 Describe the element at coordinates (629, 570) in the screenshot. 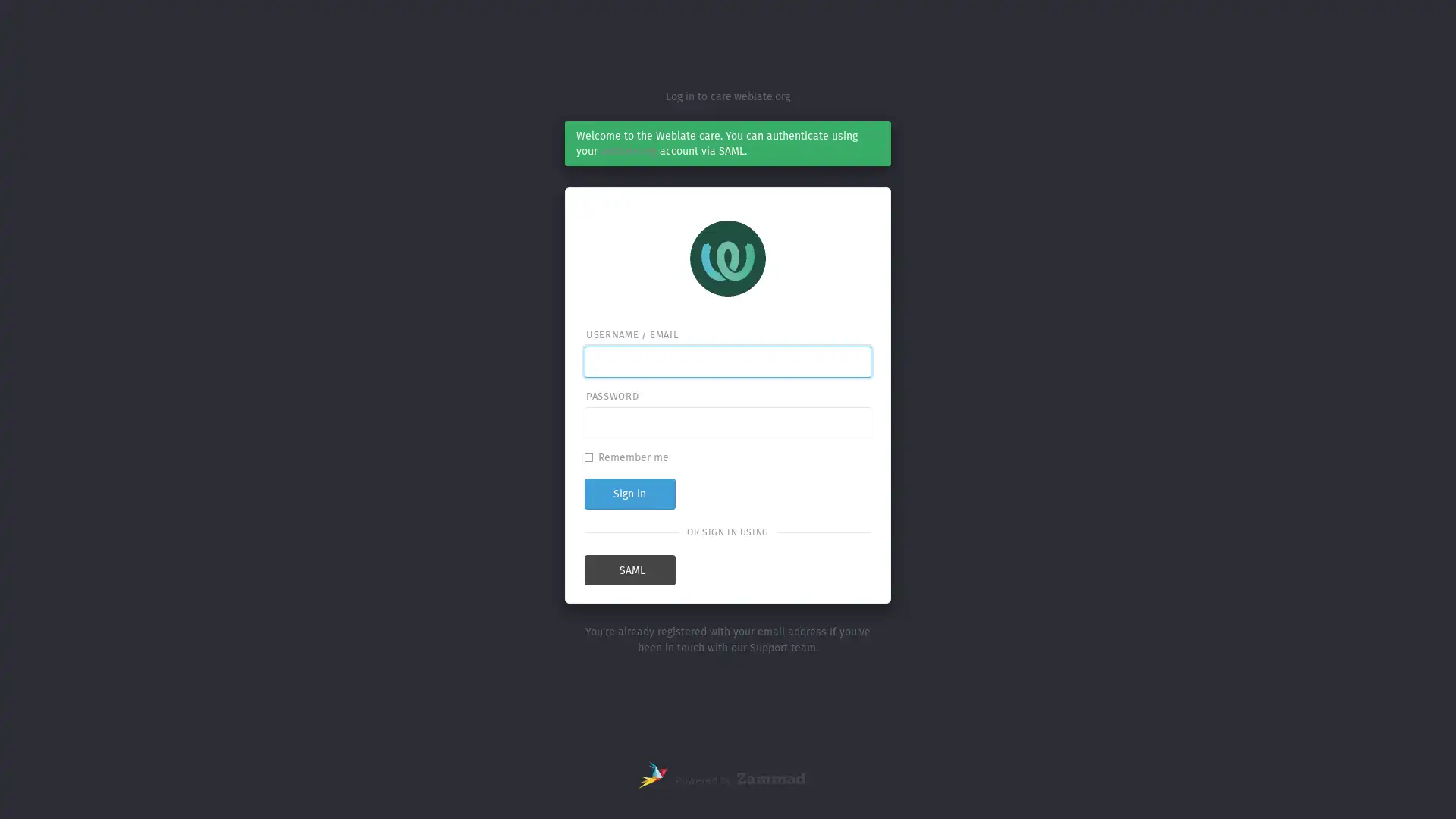

I see `SAML` at that location.